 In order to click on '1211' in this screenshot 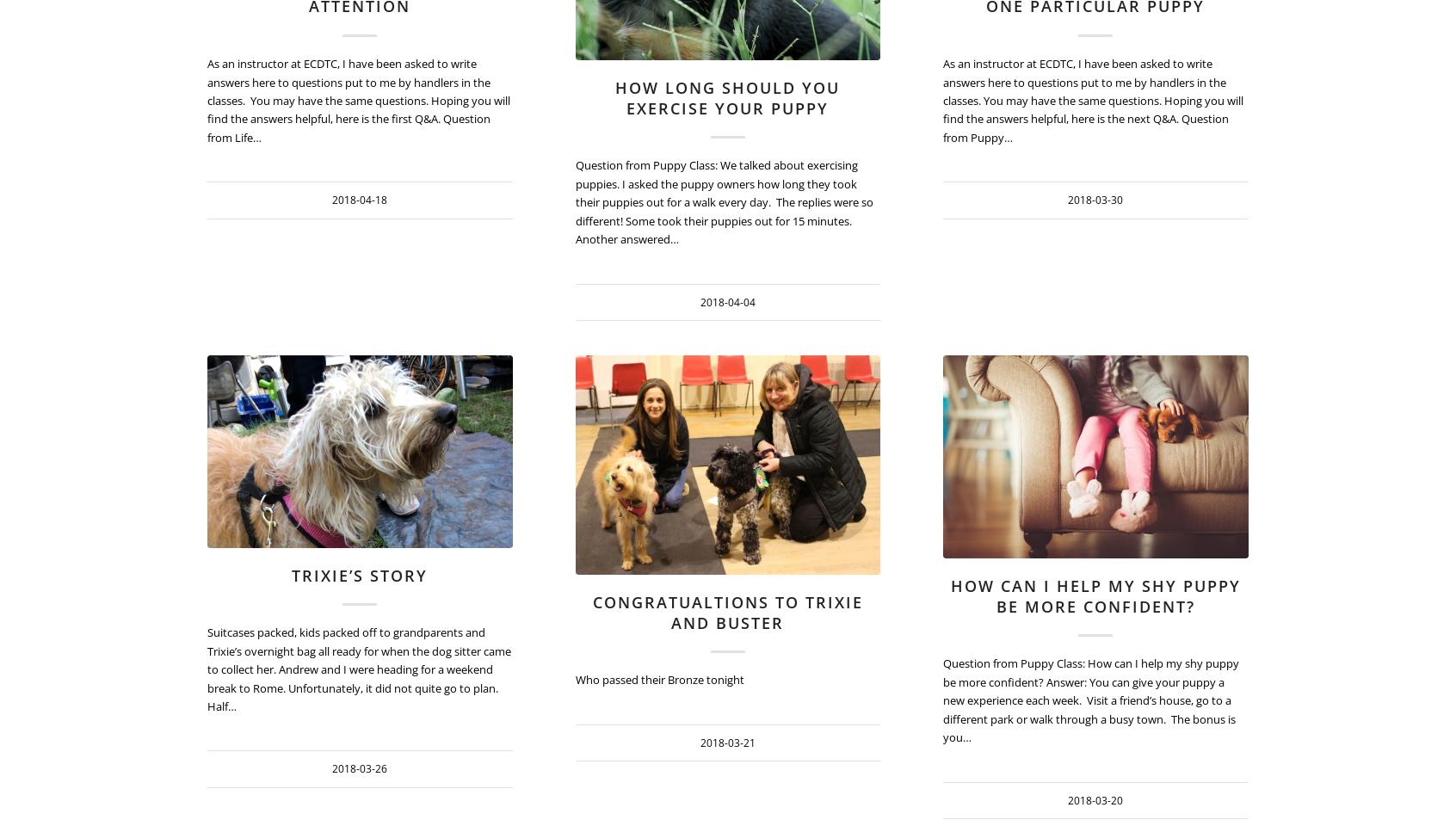, I will do `click(511, 400)`.